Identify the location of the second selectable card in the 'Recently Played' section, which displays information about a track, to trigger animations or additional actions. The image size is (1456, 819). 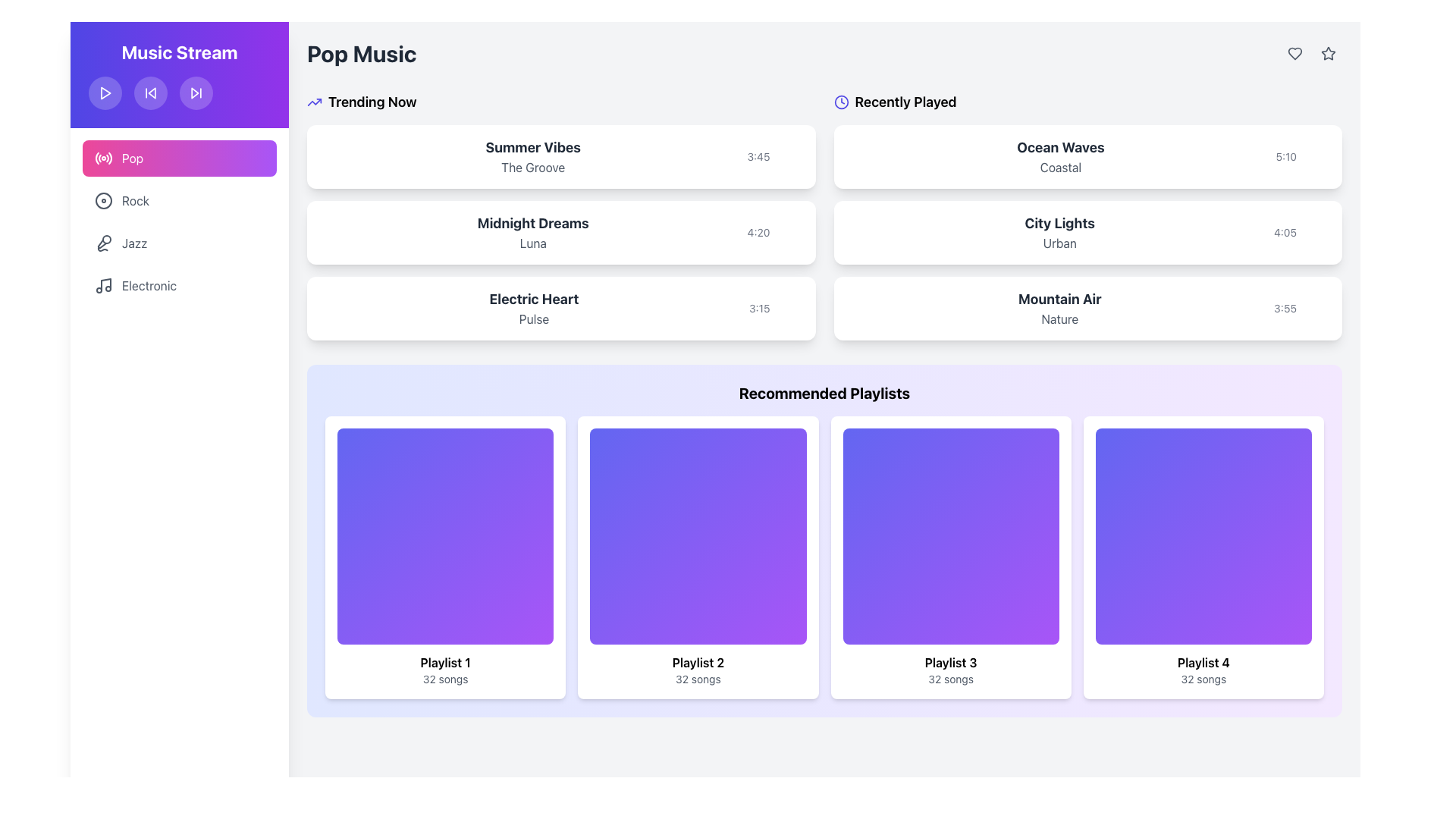
(1087, 233).